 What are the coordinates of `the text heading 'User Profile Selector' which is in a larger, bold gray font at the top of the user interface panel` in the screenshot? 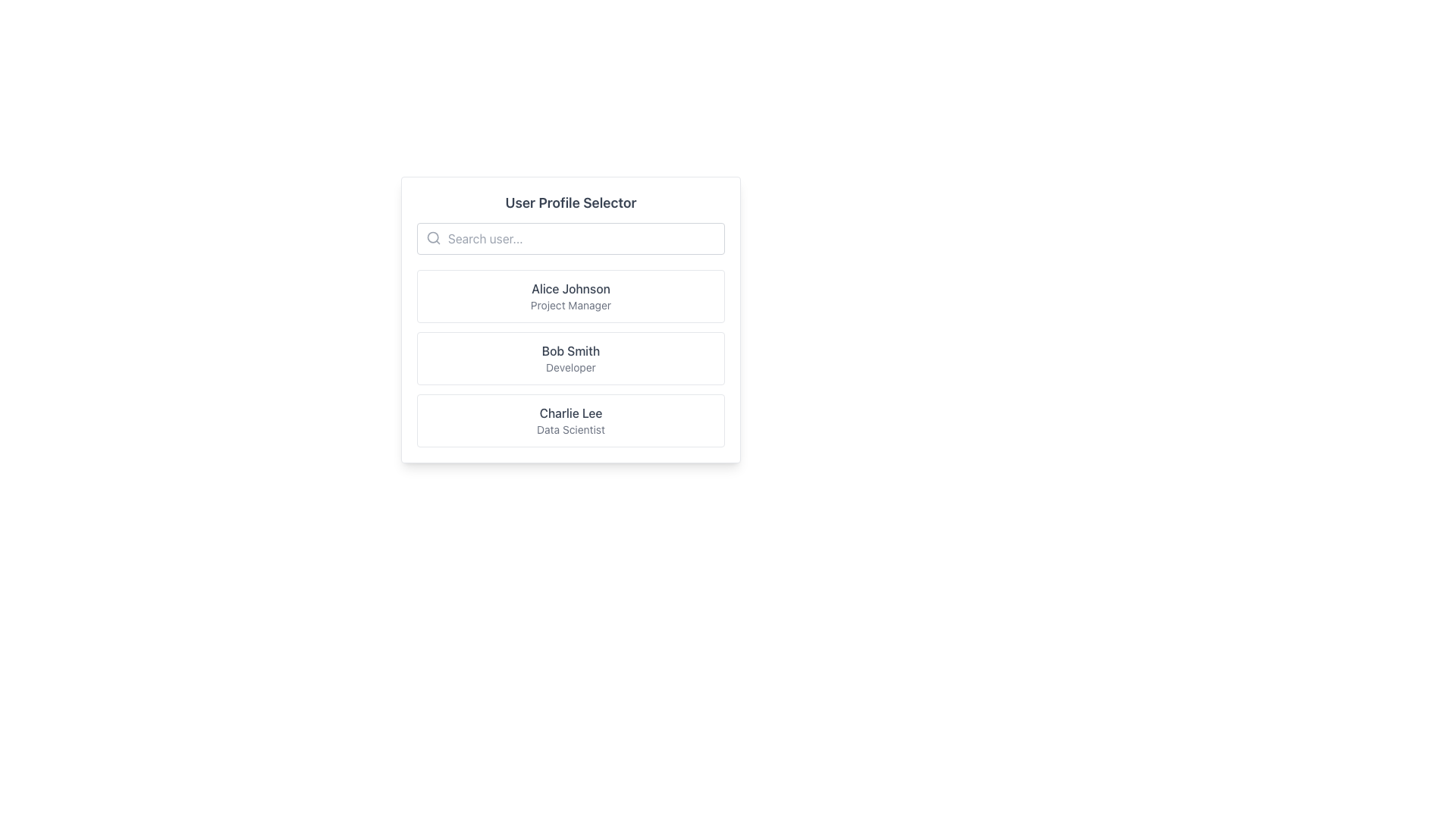 It's located at (570, 202).